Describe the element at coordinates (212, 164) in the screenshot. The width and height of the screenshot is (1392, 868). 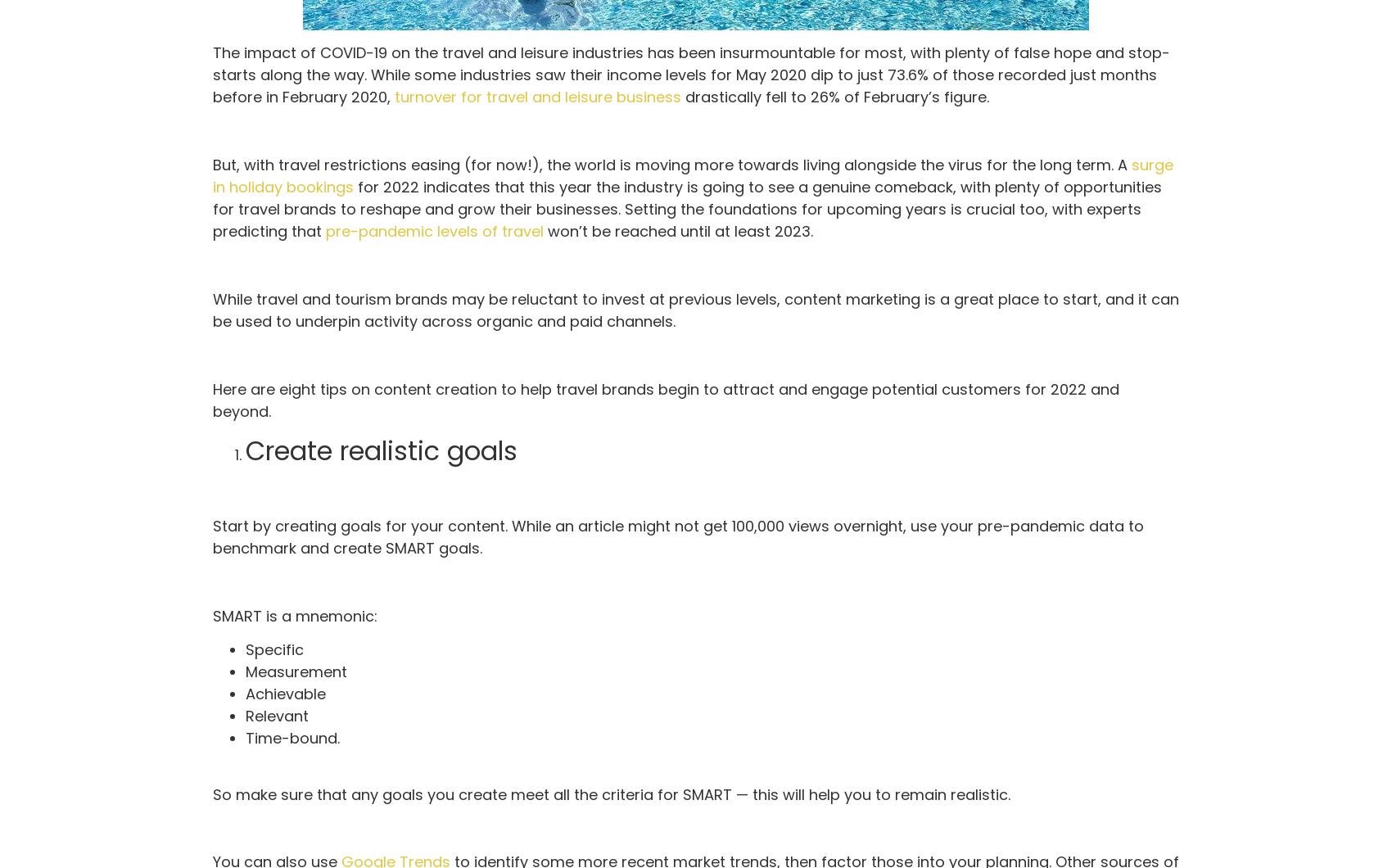
I see `'But, with travel restrictions easing (for now!), the world is moving more towards living alongside the virus for the long term. A'` at that location.